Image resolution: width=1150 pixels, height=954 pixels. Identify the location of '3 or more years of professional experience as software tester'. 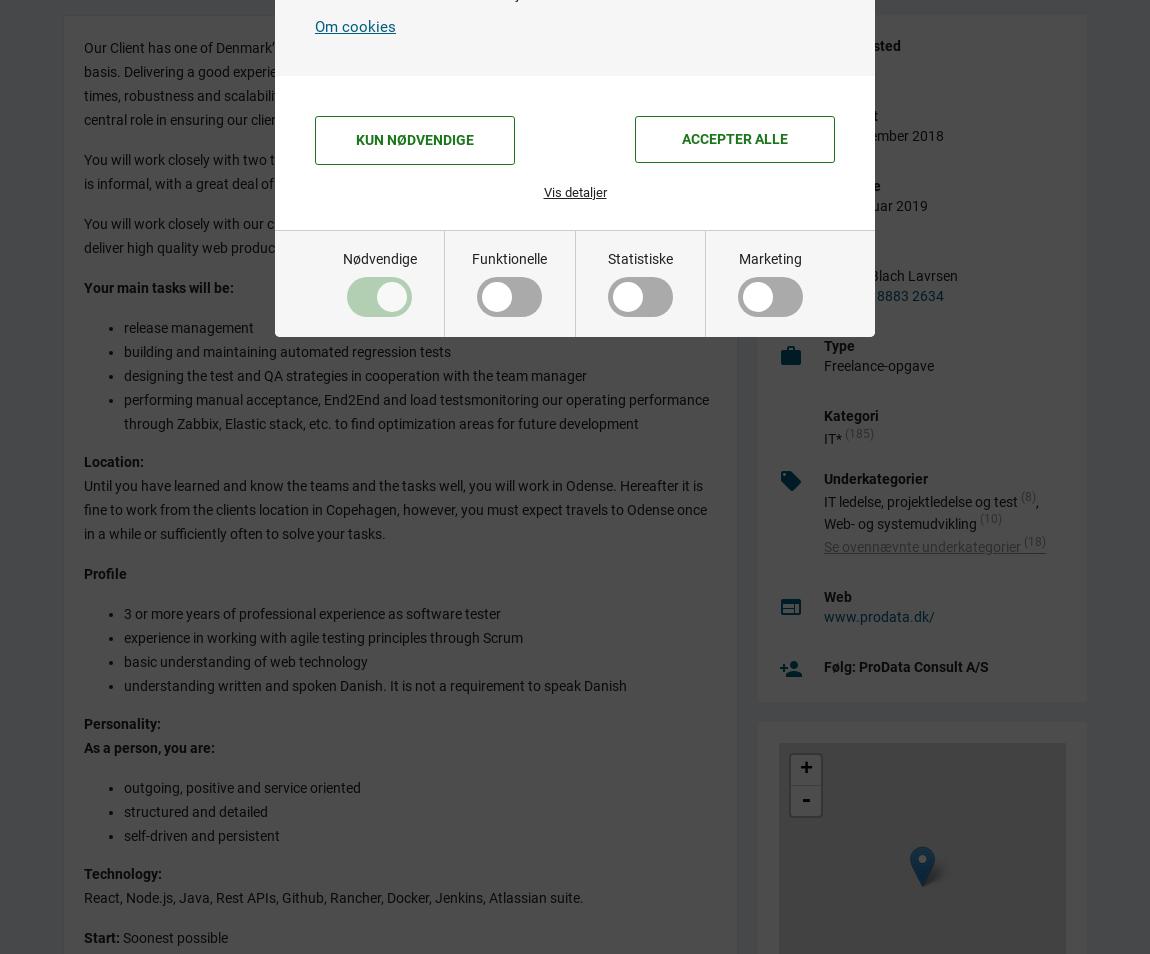
(312, 612).